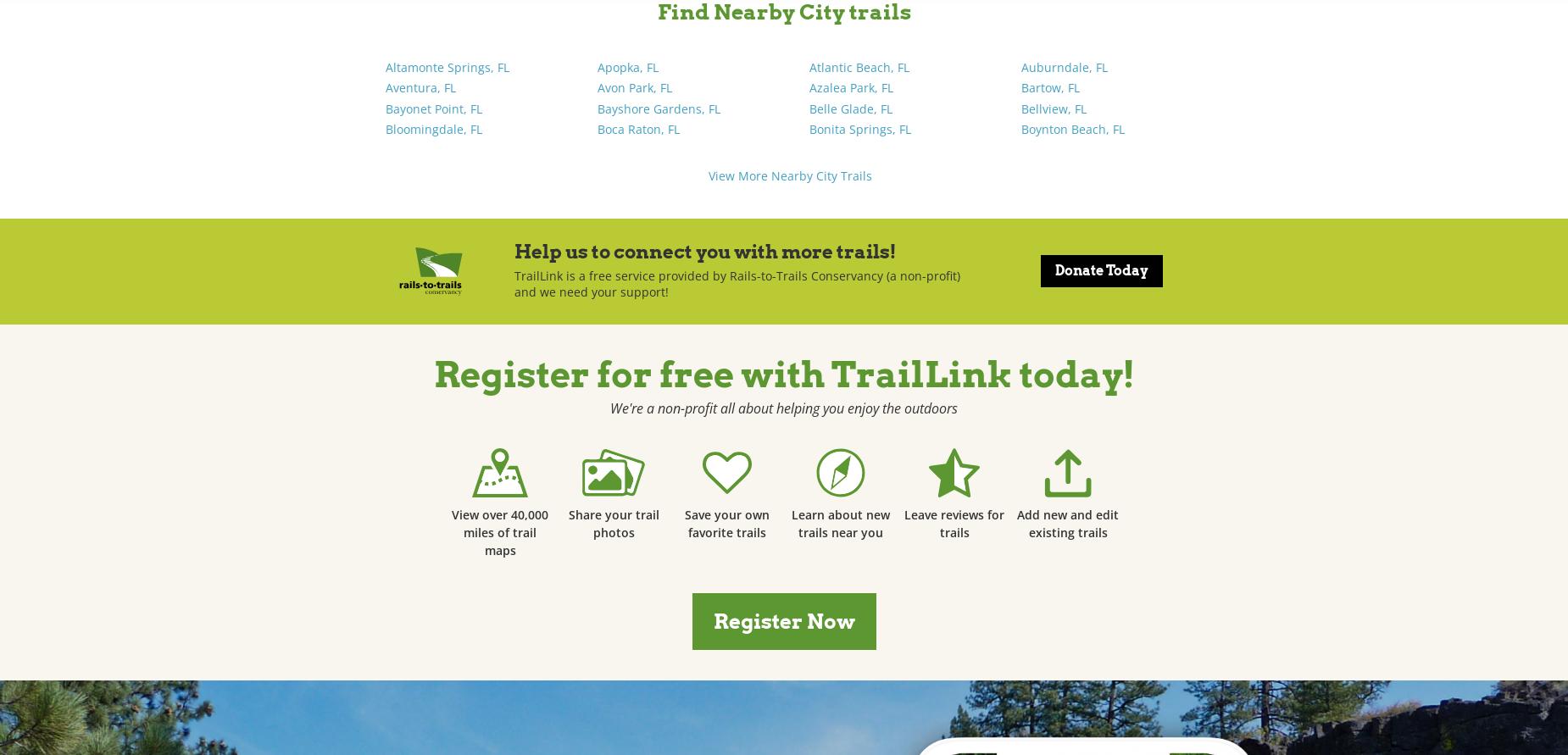  I want to click on 'Register Now', so click(783, 620).